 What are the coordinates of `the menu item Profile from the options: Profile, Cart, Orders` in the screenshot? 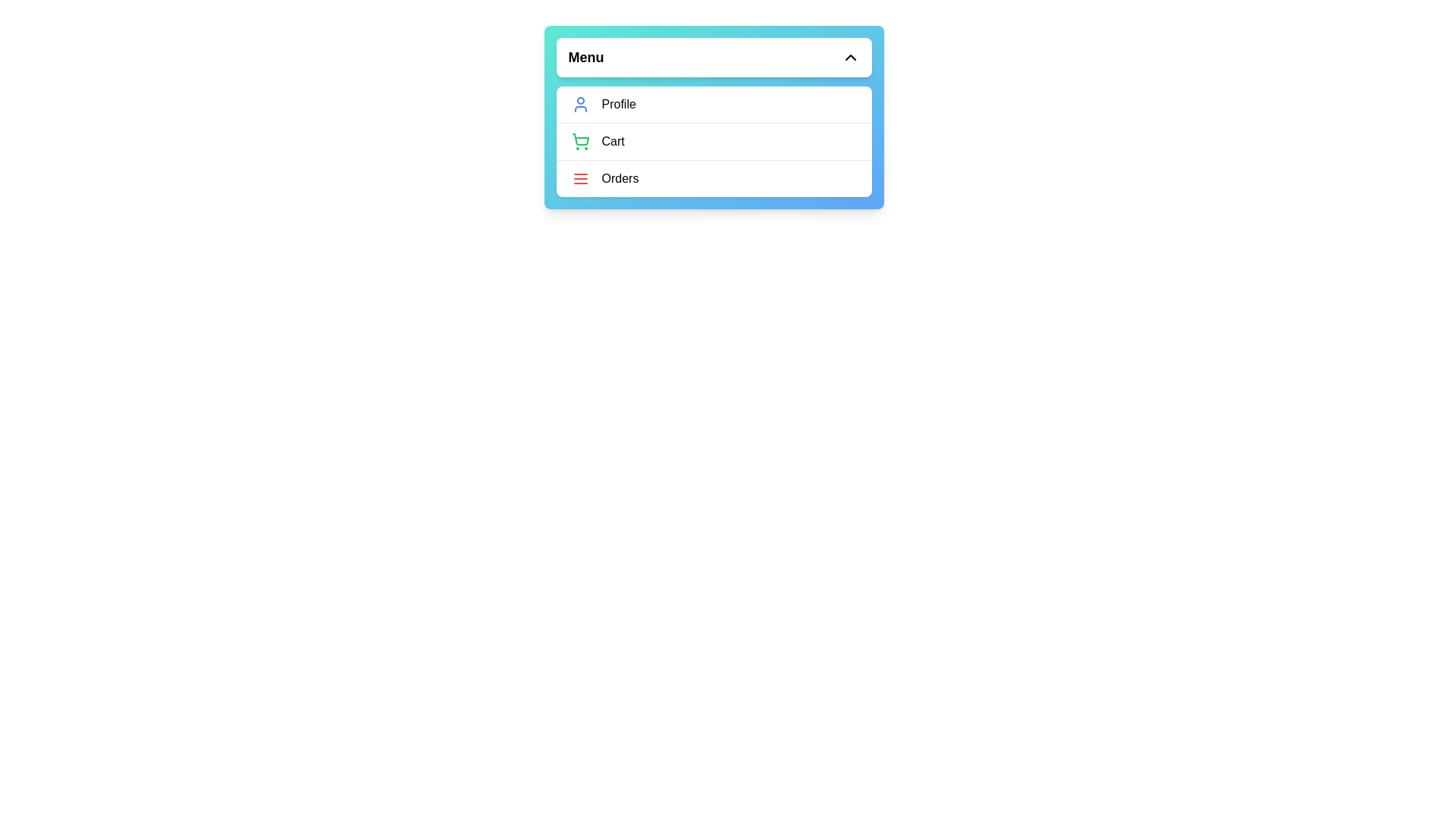 It's located at (713, 104).